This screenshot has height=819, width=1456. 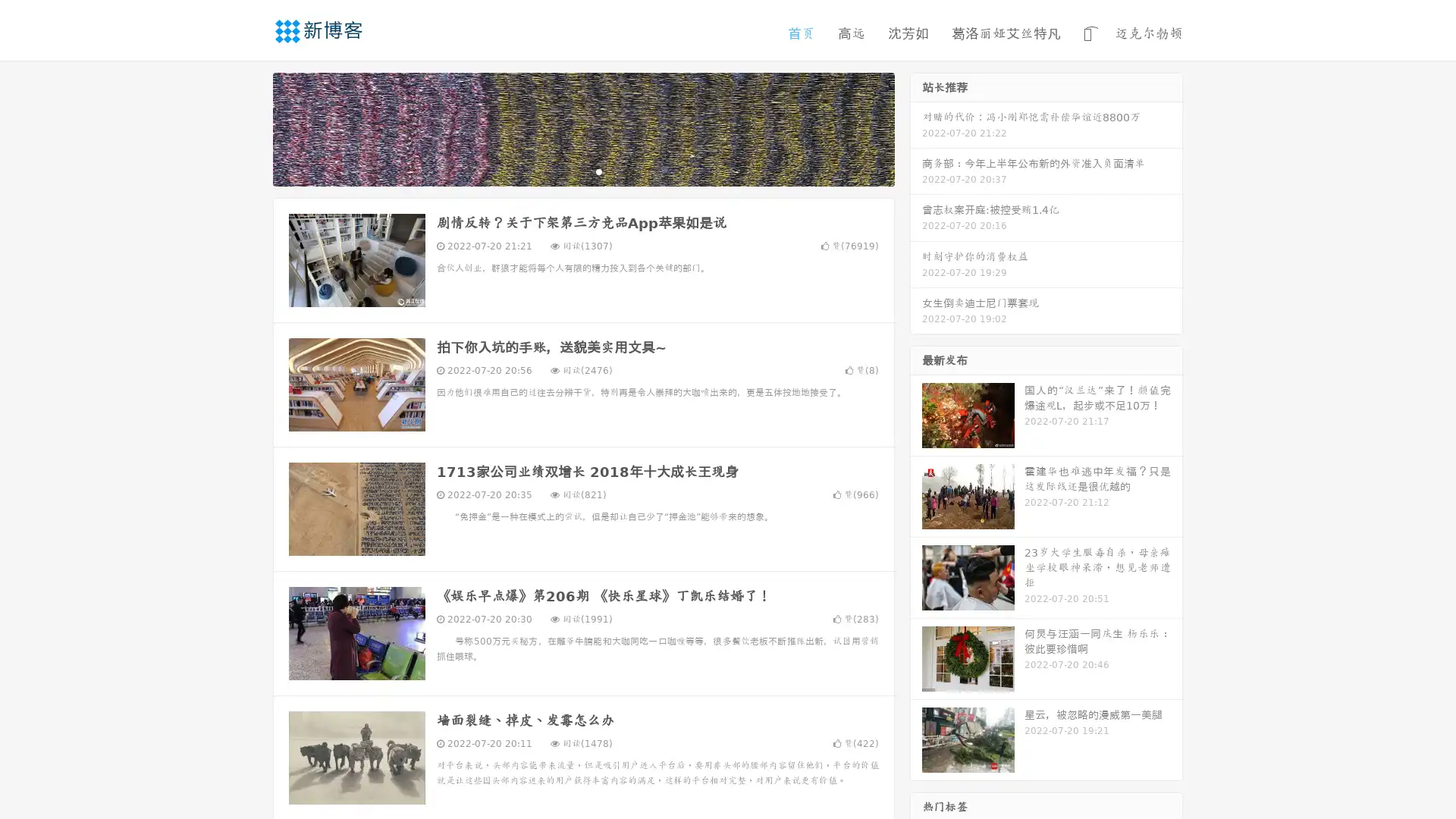 What do you see at coordinates (916, 127) in the screenshot?
I see `Next slide` at bounding box center [916, 127].